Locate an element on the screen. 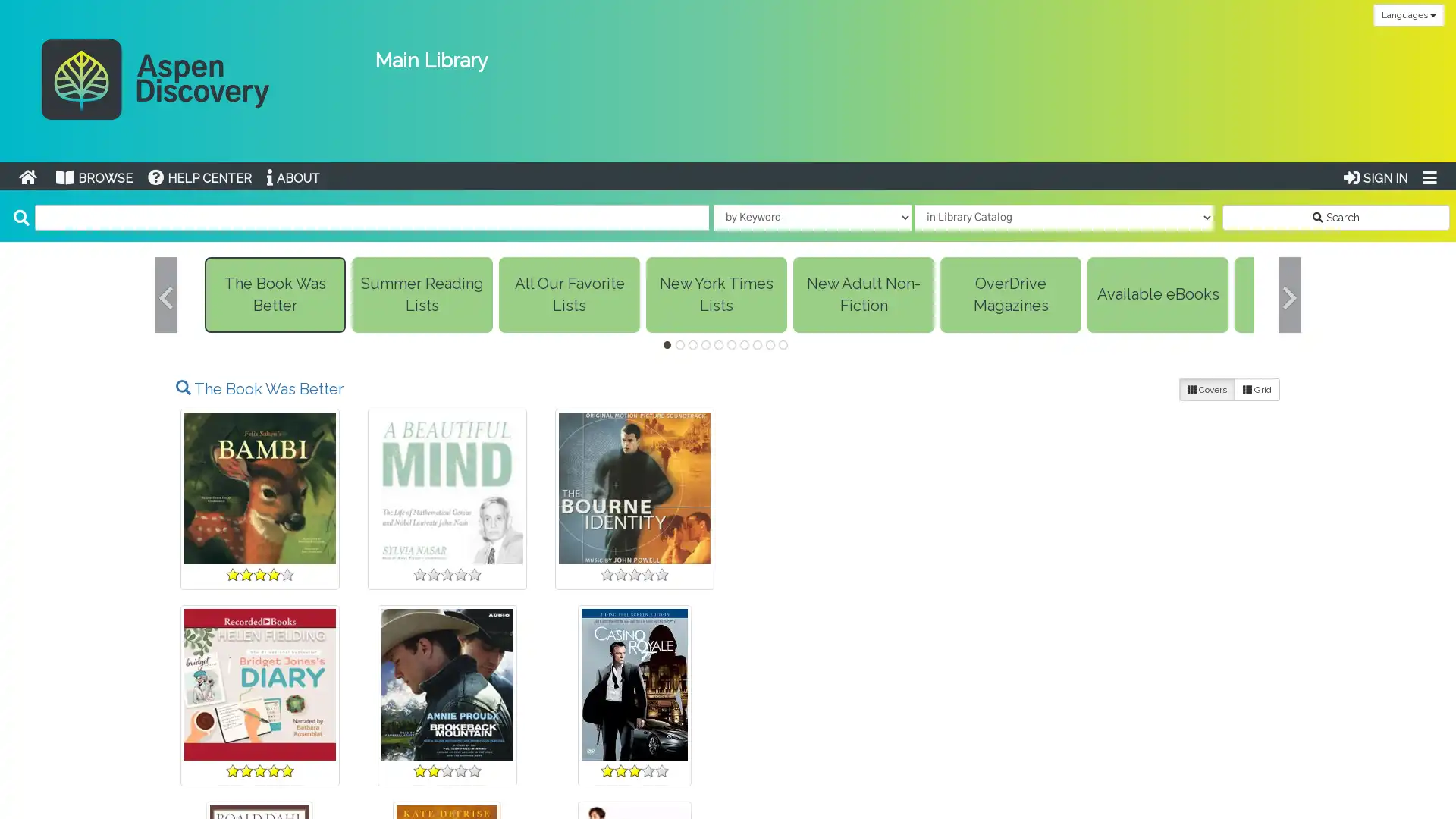  Write a Review is located at coordinates (1195, 576).